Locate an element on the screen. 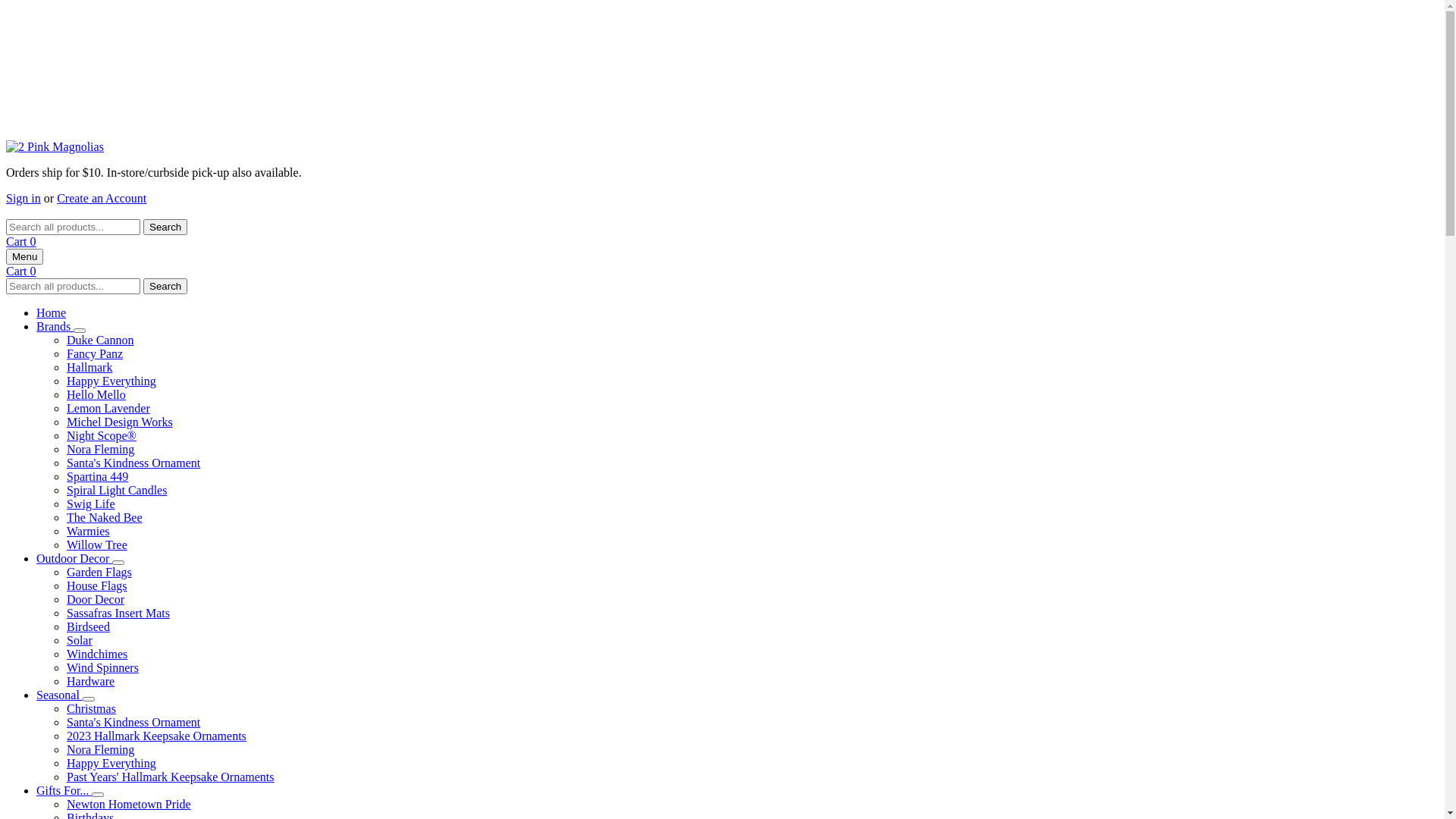 The image size is (1456, 819). 'Michel Design Works' is located at coordinates (119, 422).